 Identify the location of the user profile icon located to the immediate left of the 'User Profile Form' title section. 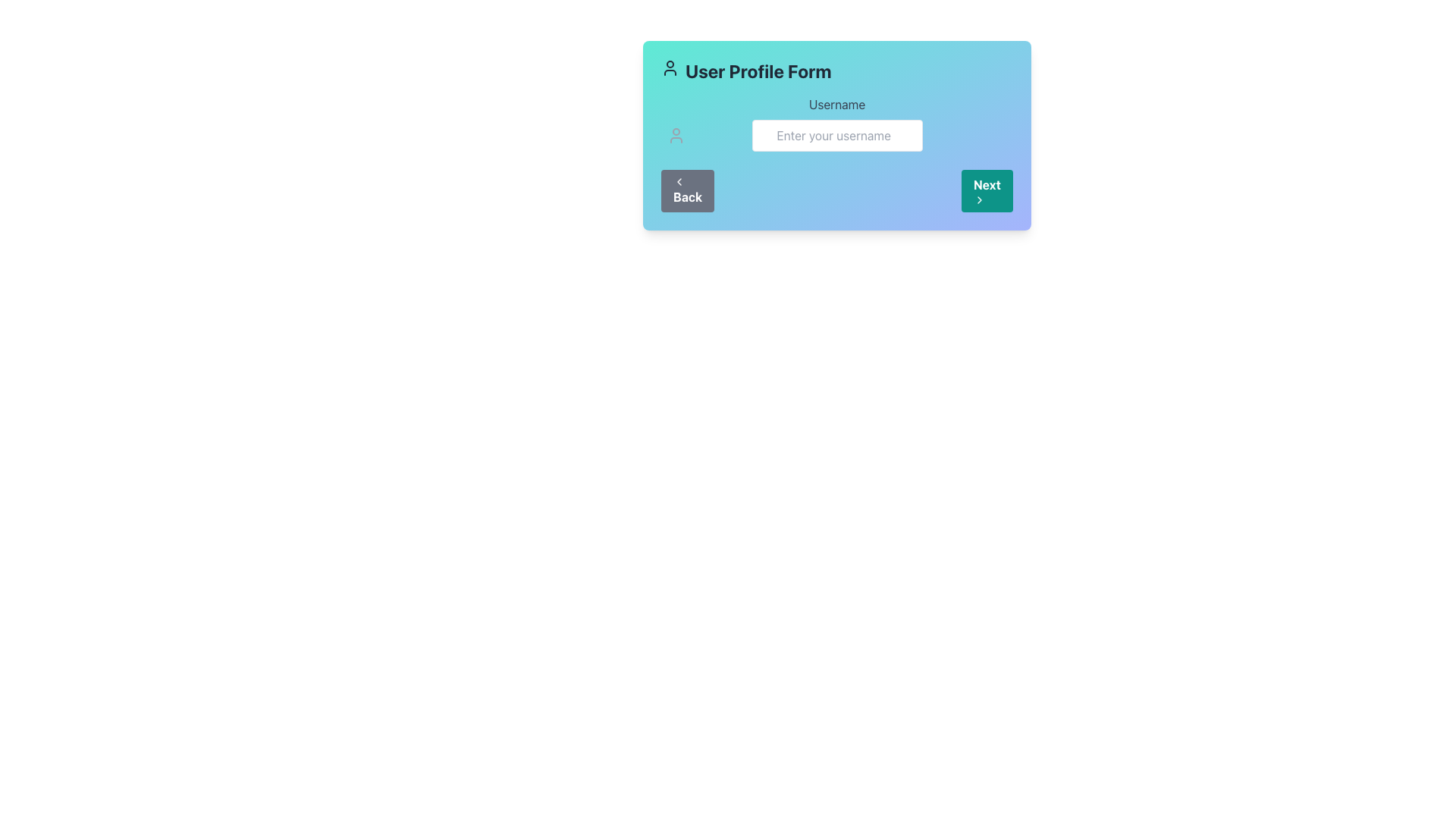
(669, 67).